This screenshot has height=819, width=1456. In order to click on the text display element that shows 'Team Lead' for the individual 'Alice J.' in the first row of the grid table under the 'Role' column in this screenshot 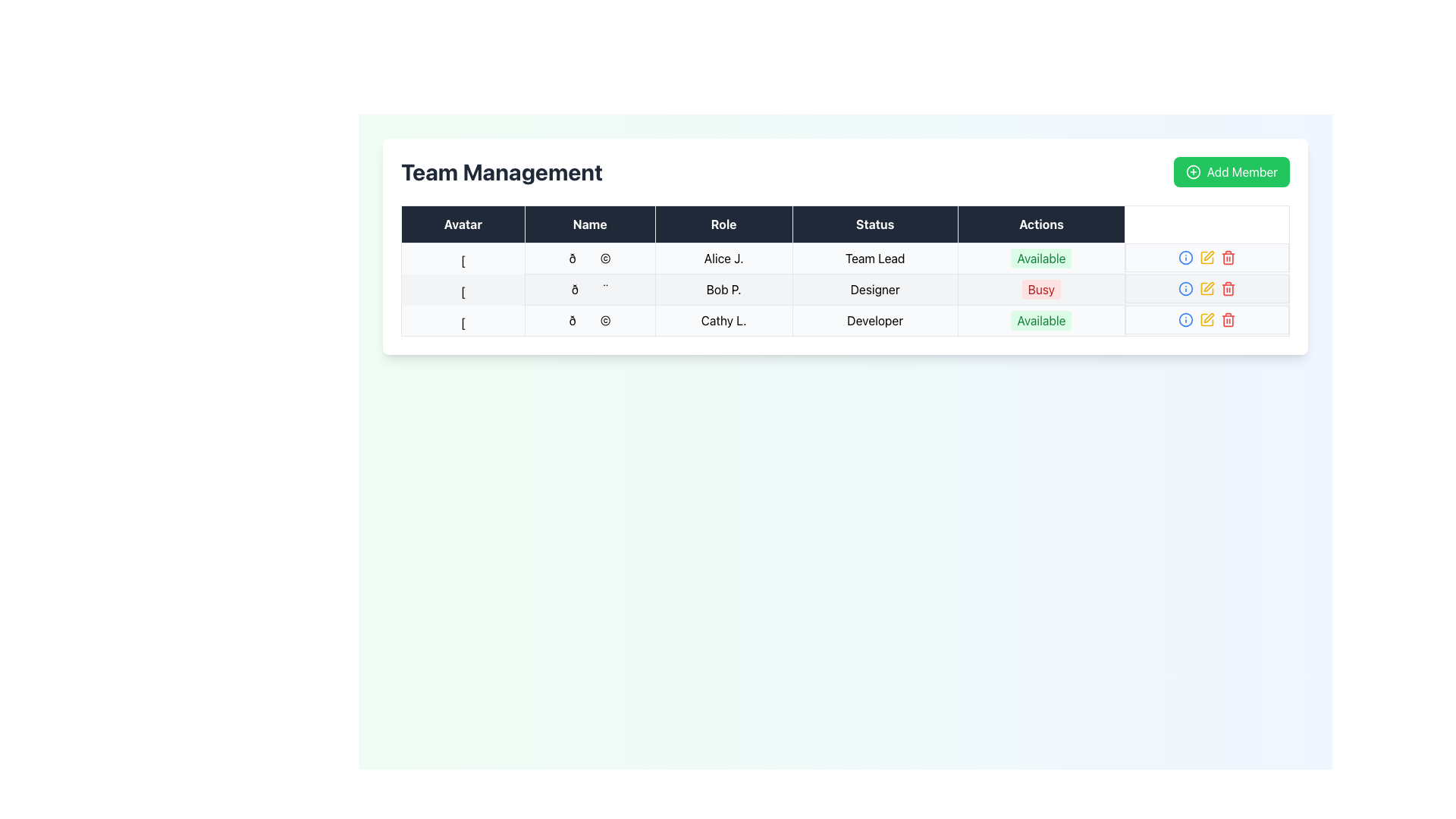, I will do `click(844, 257)`.